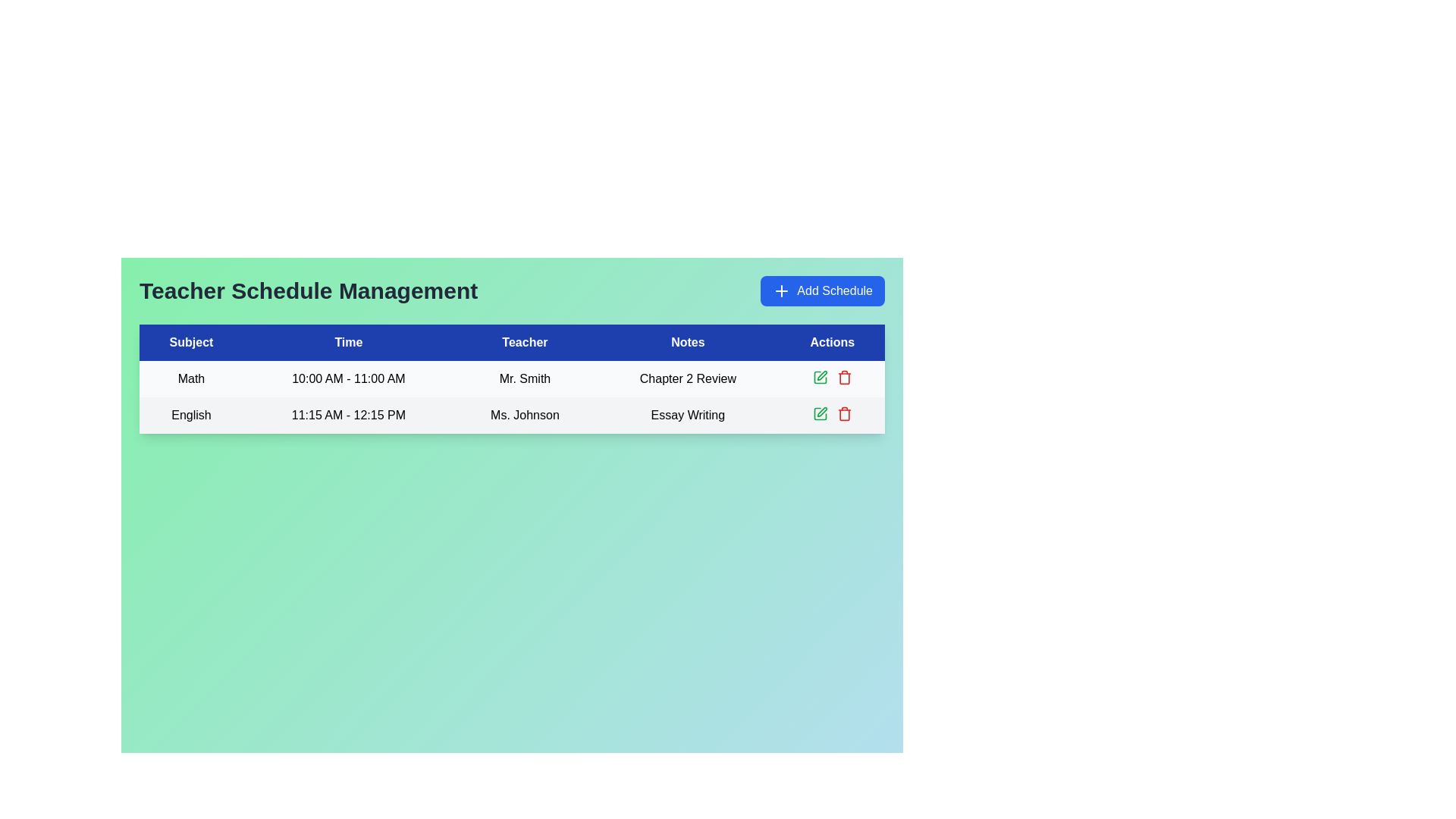 Image resolution: width=1456 pixels, height=819 pixels. What do you see at coordinates (190, 378) in the screenshot?
I see `the static text label displaying 'Math' in bold black font, located in the first column of the schedule information table` at bounding box center [190, 378].